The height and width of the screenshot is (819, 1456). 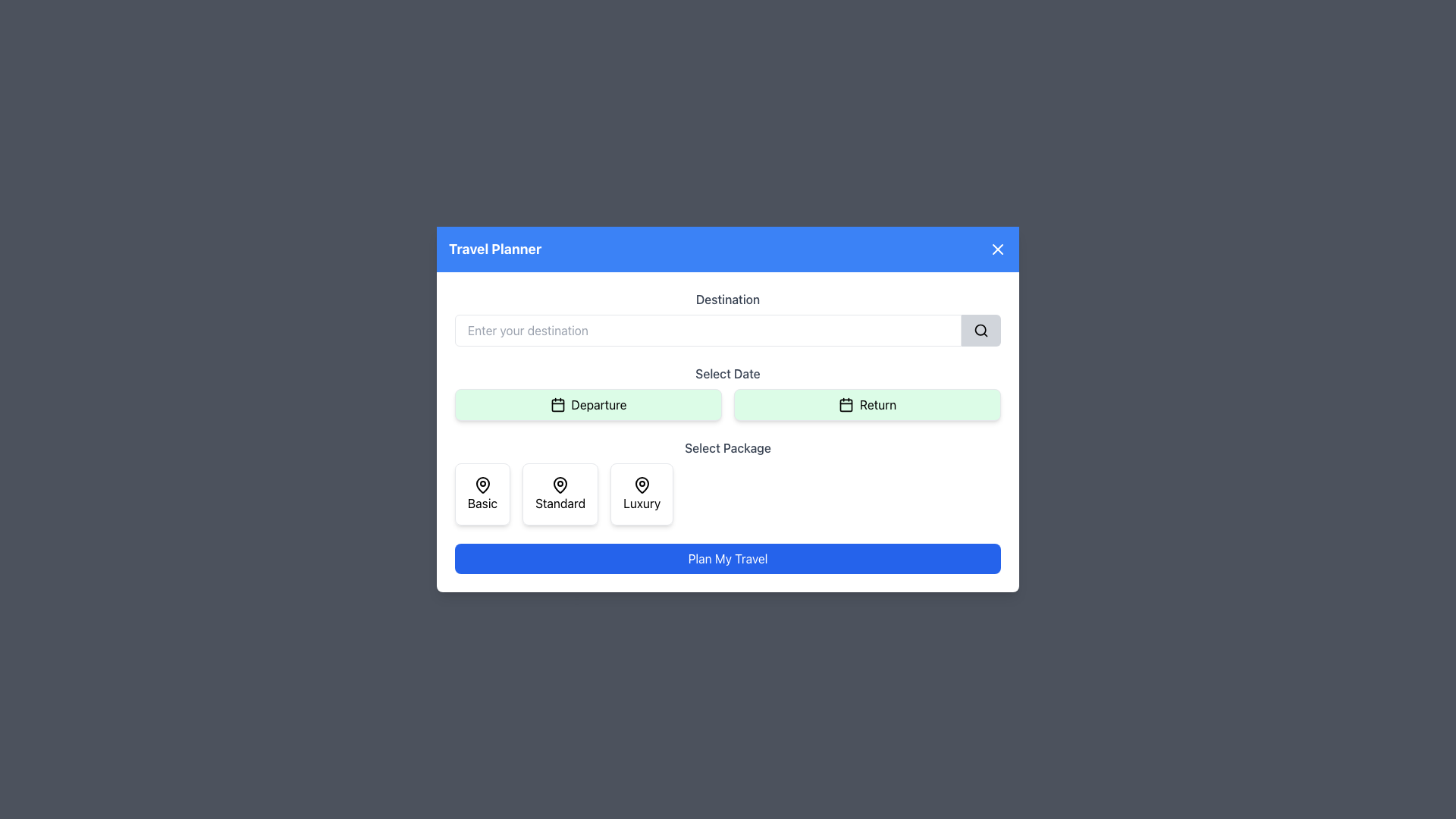 I want to click on text displayed in the prominently styled text label that says 'Travel Planner' located on the left side of the blue header bar at the top of the modal window, so click(x=495, y=248).